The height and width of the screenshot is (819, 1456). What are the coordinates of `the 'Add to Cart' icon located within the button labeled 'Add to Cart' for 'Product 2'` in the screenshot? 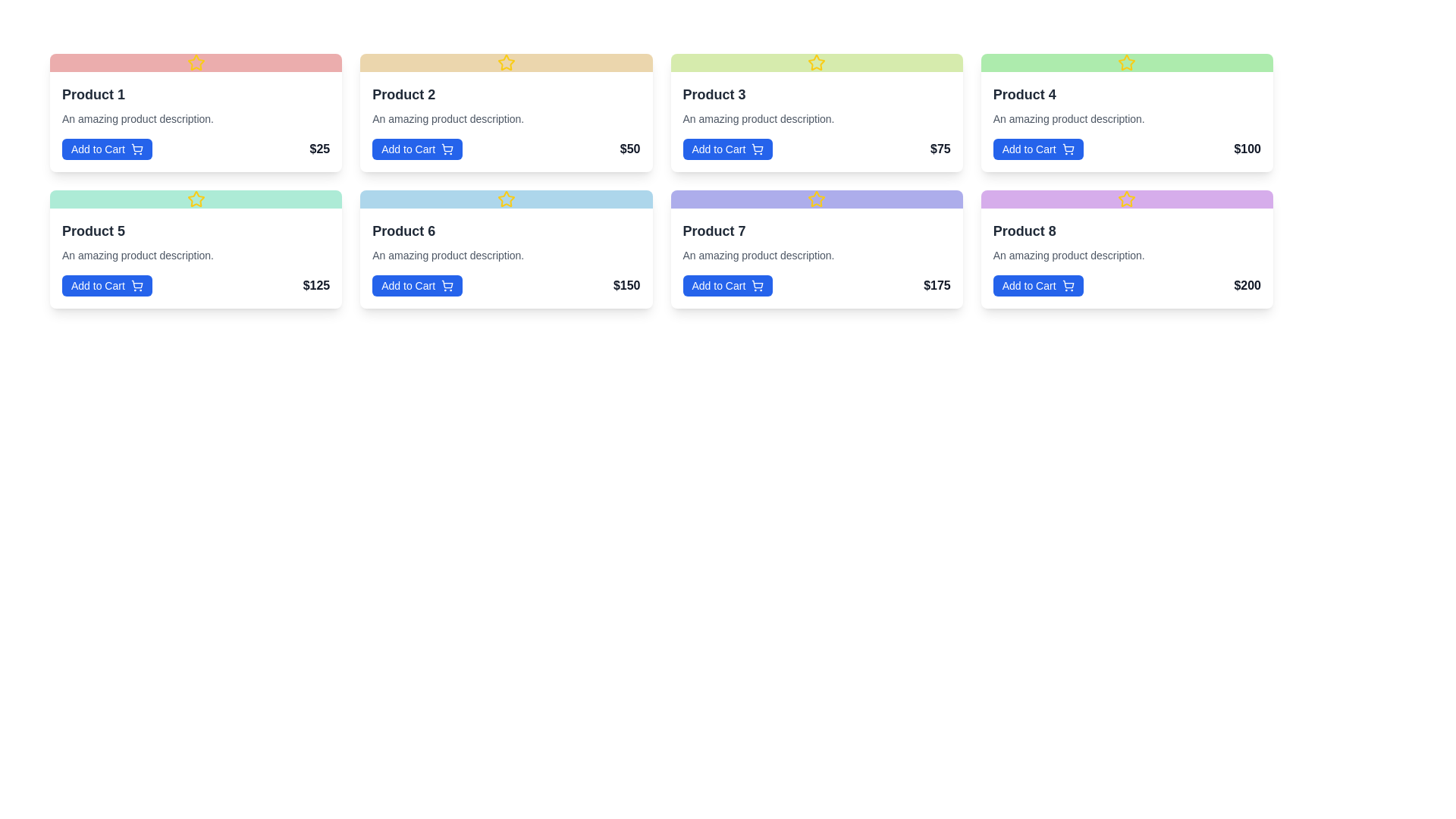 It's located at (447, 149).